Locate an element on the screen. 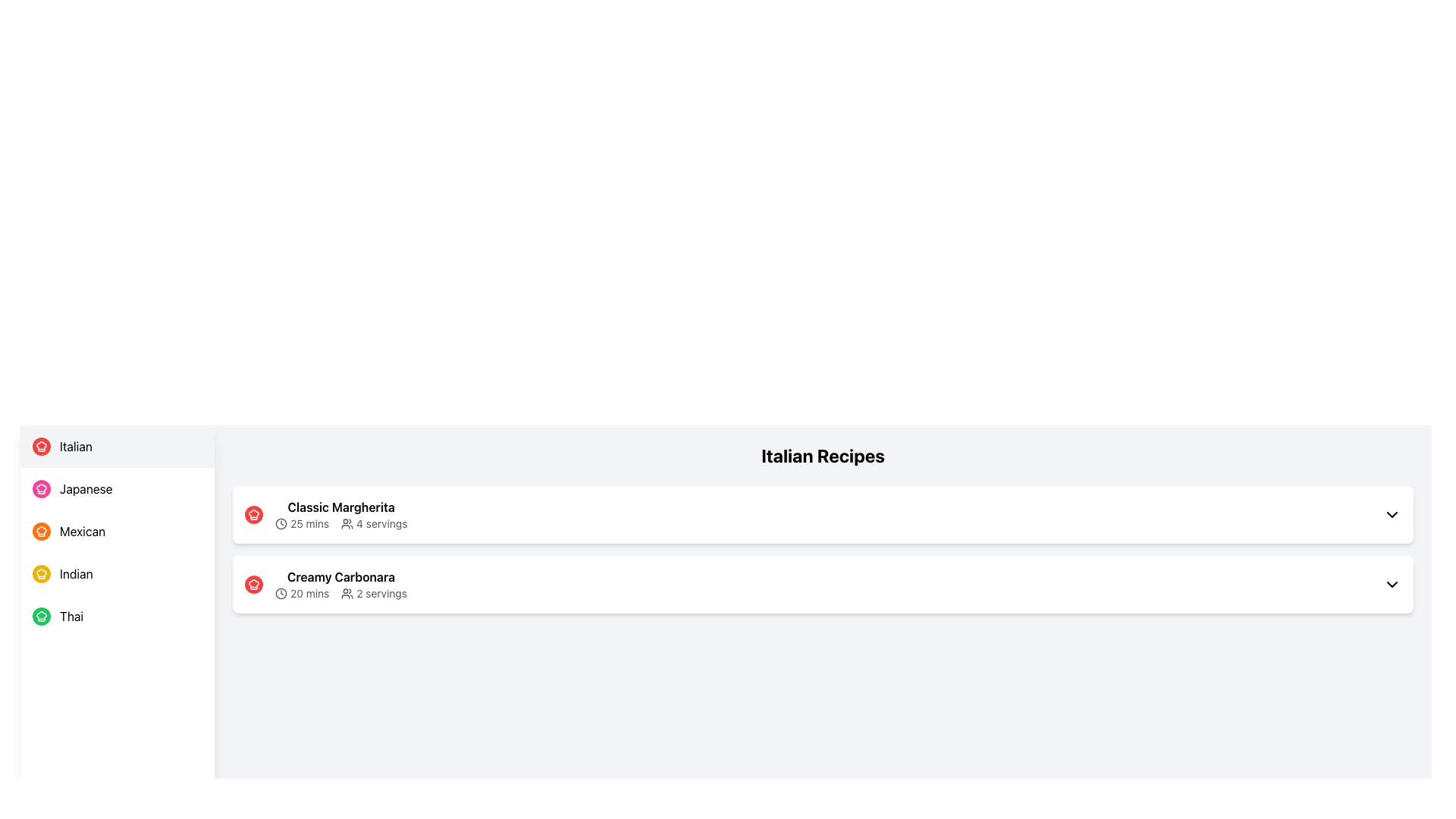 The height and width of the screenshot is (819, 1456). the text label 'Italian' in the cuisine menu is located at coordinates (75, 446).